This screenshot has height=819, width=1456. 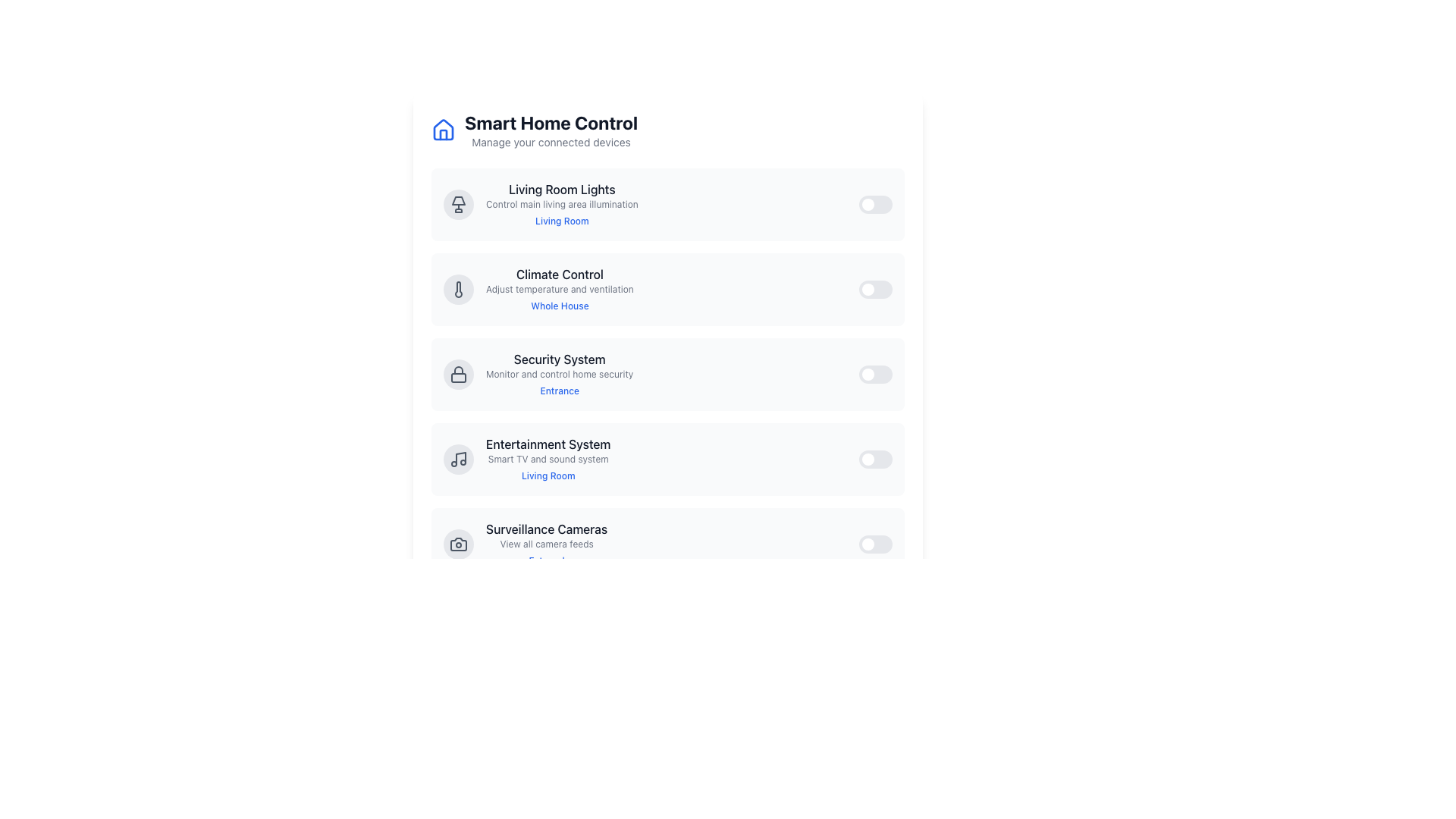 I want to click on the icon button located at the far left of the 'Surveillance Cameras' section, so click(x=457, y=543).